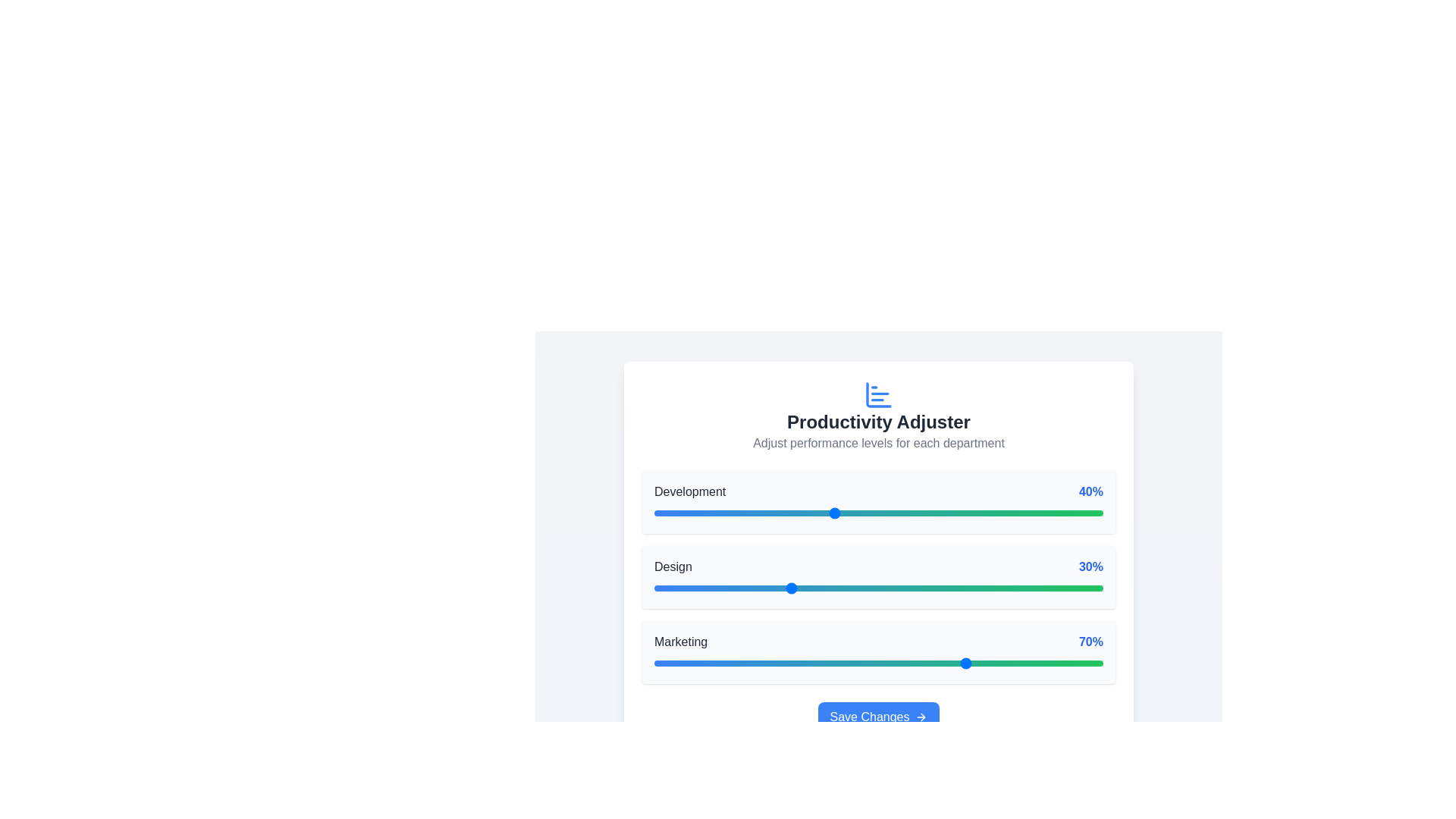  What do you see at coordinates (878, 717) in the screenshot?
I see `the submission button located centrally below the sliders for 'Development', 'Design', and 'Marketing'` at bounding box center [878, 717].